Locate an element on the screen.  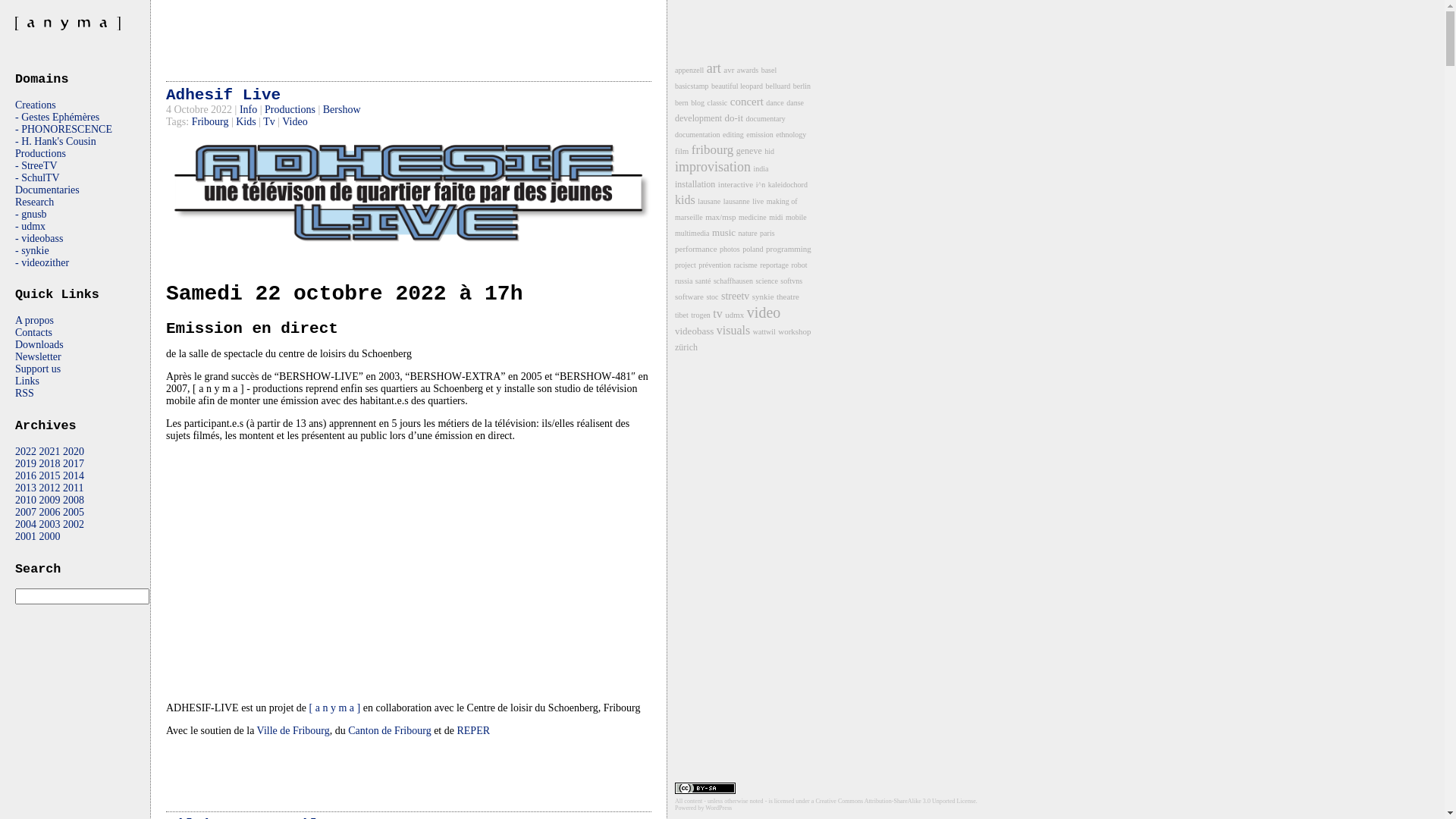
'2017' is located at coordinates (72, 463).